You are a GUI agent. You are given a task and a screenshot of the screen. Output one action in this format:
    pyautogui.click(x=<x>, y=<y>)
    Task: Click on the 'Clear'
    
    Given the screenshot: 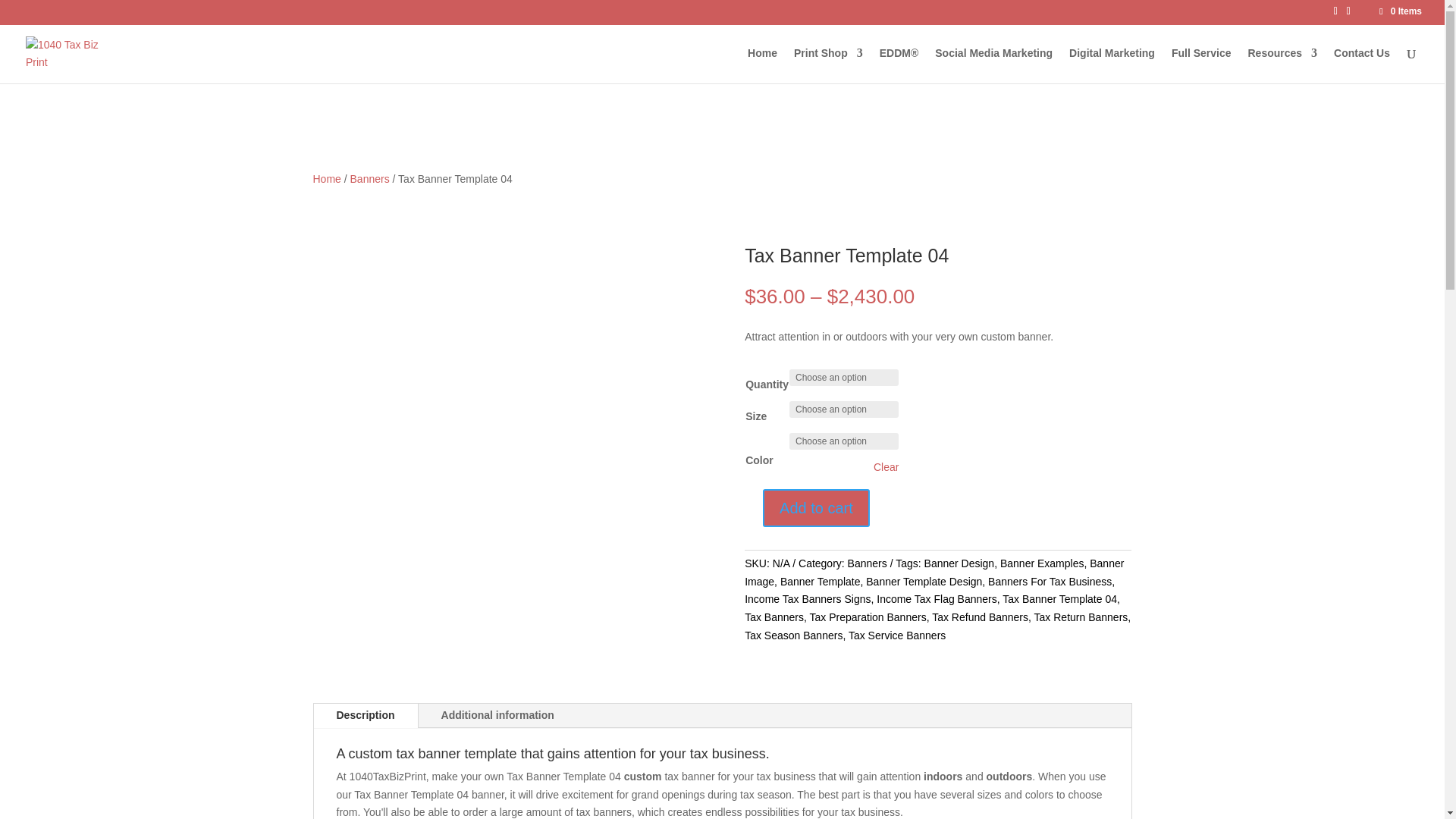 What is the action you would take?
    pyautogui.click(x=886, y=466)
    